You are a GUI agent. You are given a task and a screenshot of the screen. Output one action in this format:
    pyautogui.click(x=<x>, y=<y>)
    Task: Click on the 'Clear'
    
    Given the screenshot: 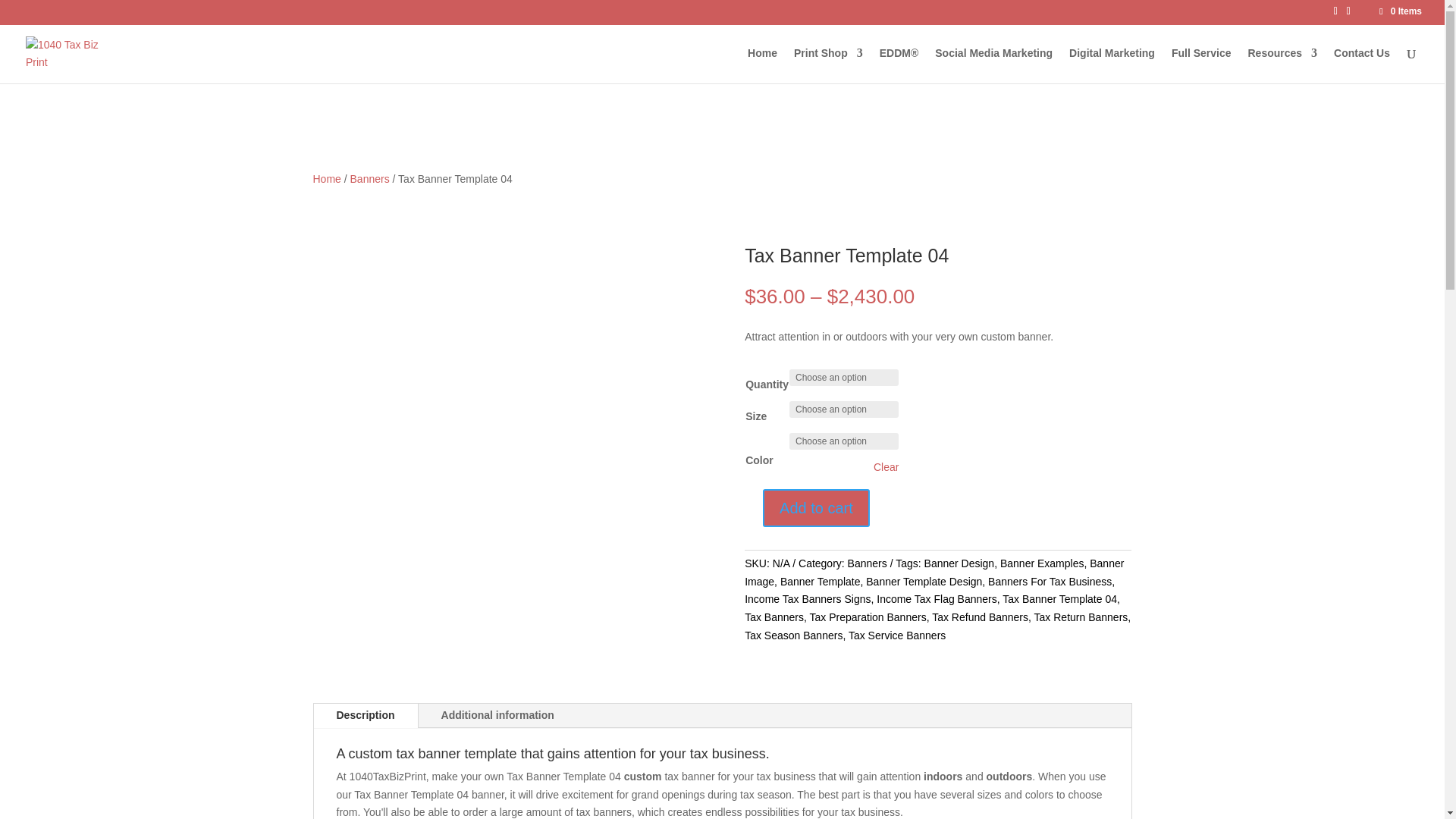 What is the action you would take?
    pyautogui.click(x=886, y=466)
    